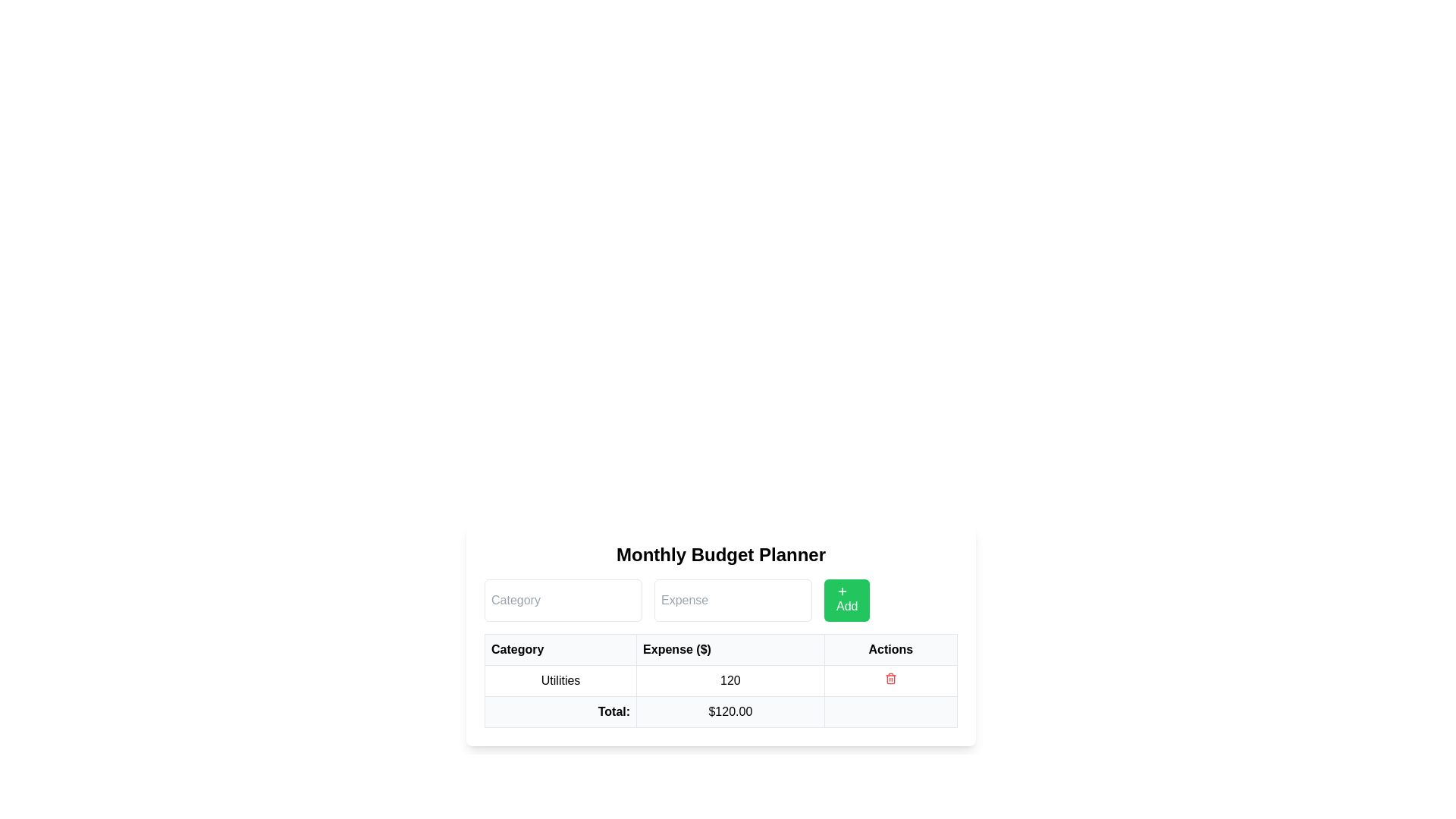  I want to click on the red trash bin icon under the 'Actions' column in the 'Utilities' row, so click(890, 680).